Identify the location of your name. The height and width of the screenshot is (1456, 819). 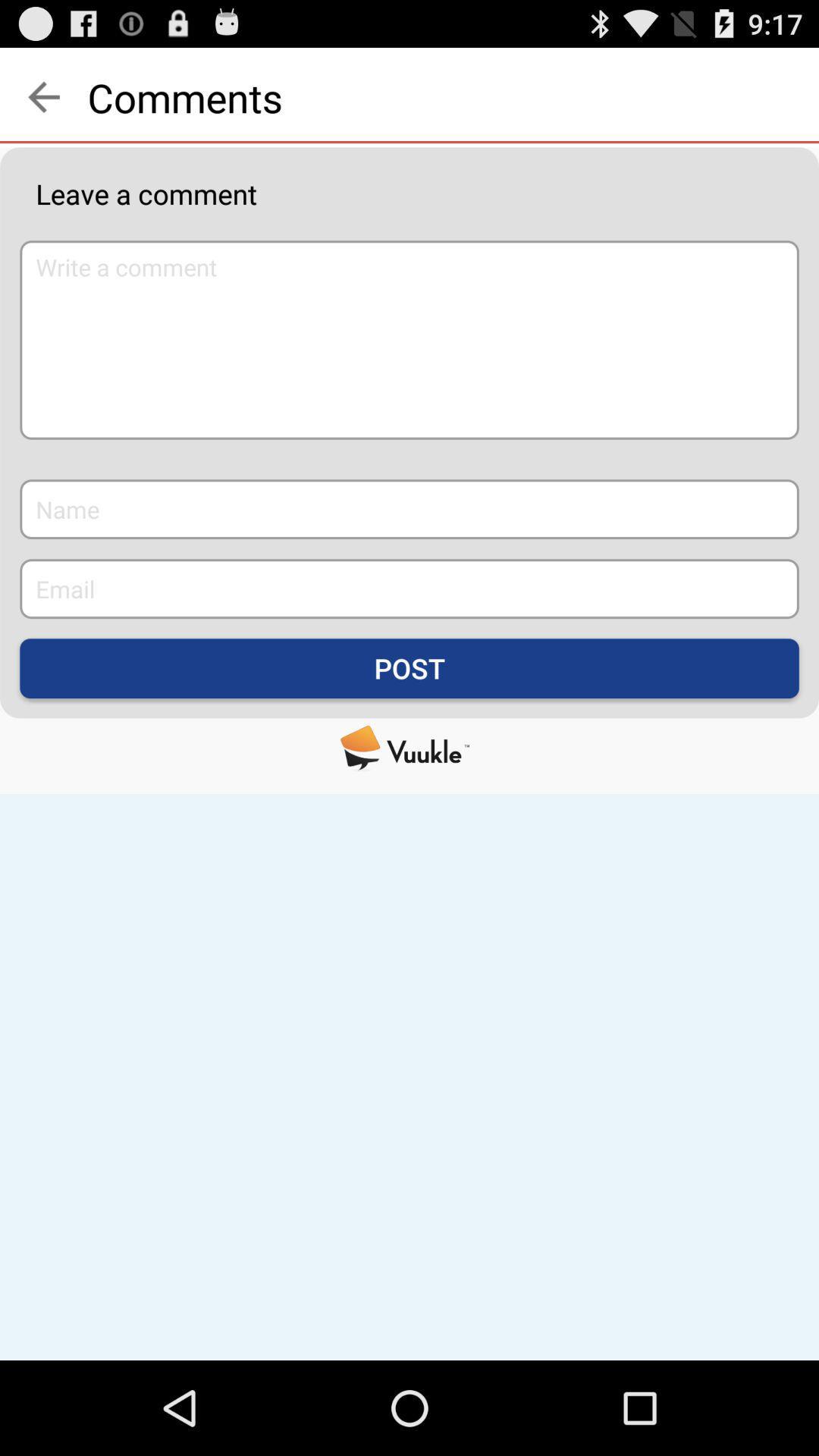
(409, 509).